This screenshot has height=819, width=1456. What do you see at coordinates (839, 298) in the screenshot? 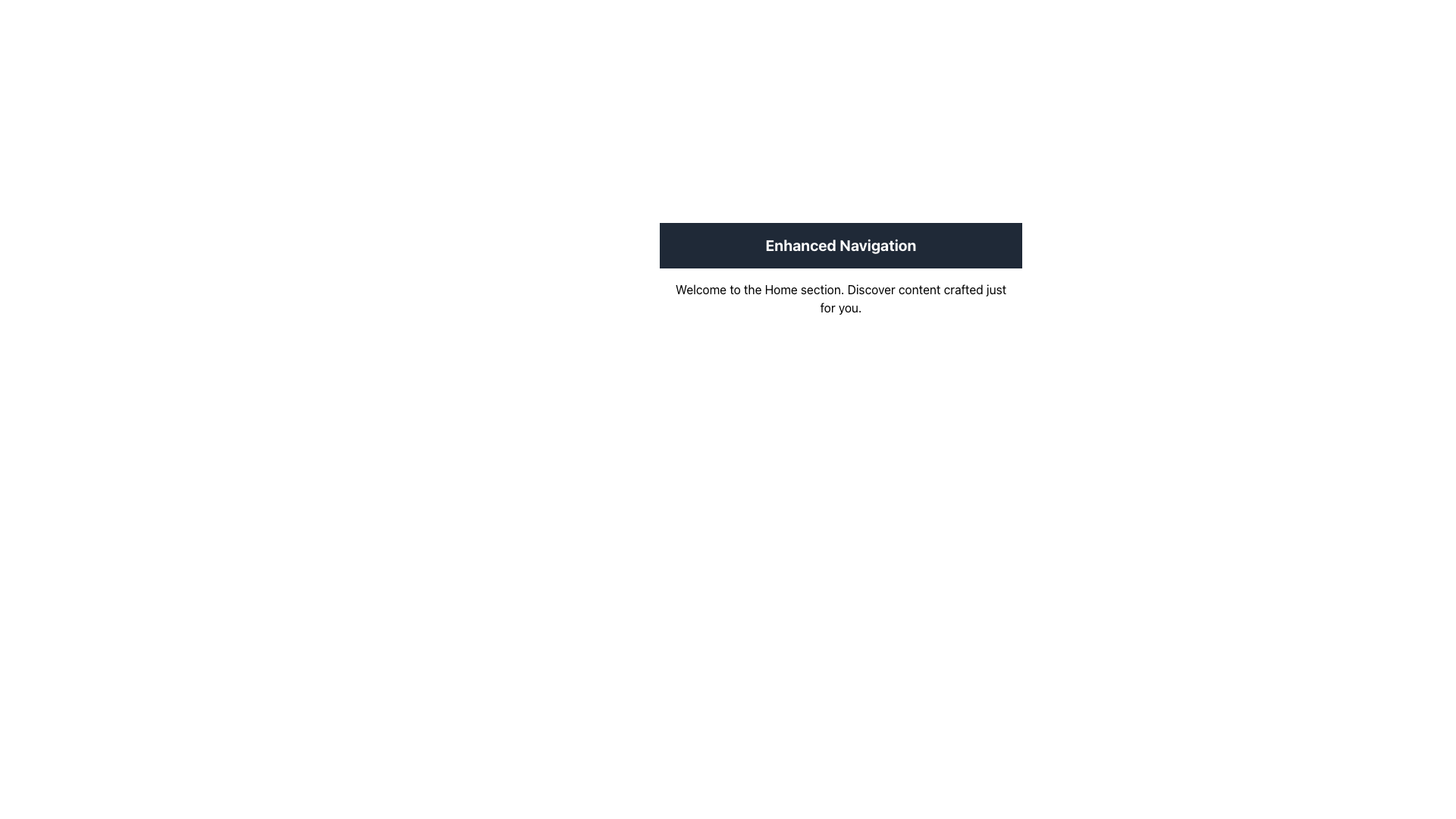
I see `text content of the Static Text Block that says 'Welcome to the Home section. Discover content crafted just for you.' which is located directly beneath the 'Enhanced Navigation' element` at bounding box center [839, 298].